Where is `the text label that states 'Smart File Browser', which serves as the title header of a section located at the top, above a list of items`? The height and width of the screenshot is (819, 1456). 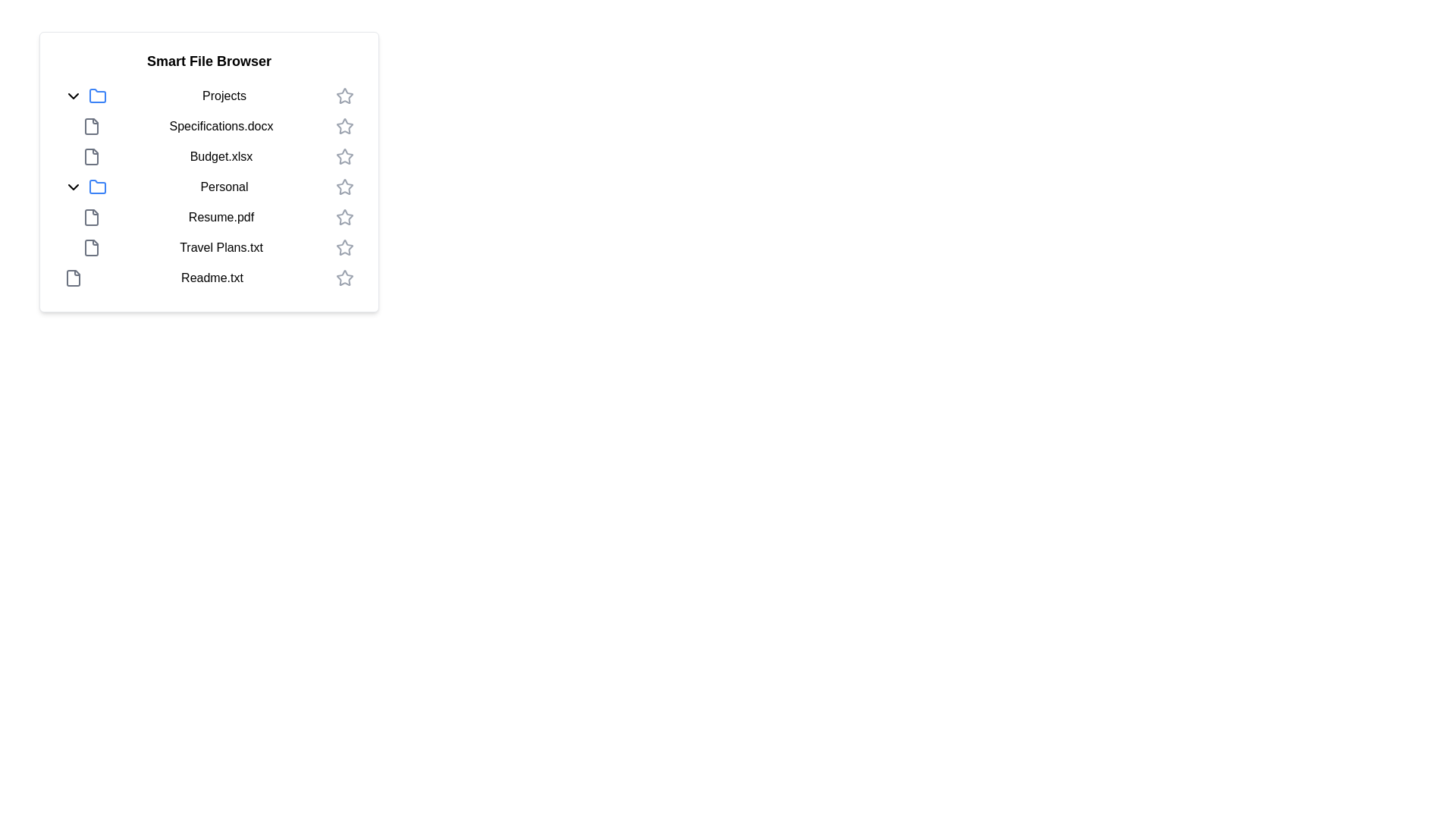 the text label that states 'Smart File Browser', which serves as the title header of a section located at the top, above a list of items is located at coordinates (208, 61).